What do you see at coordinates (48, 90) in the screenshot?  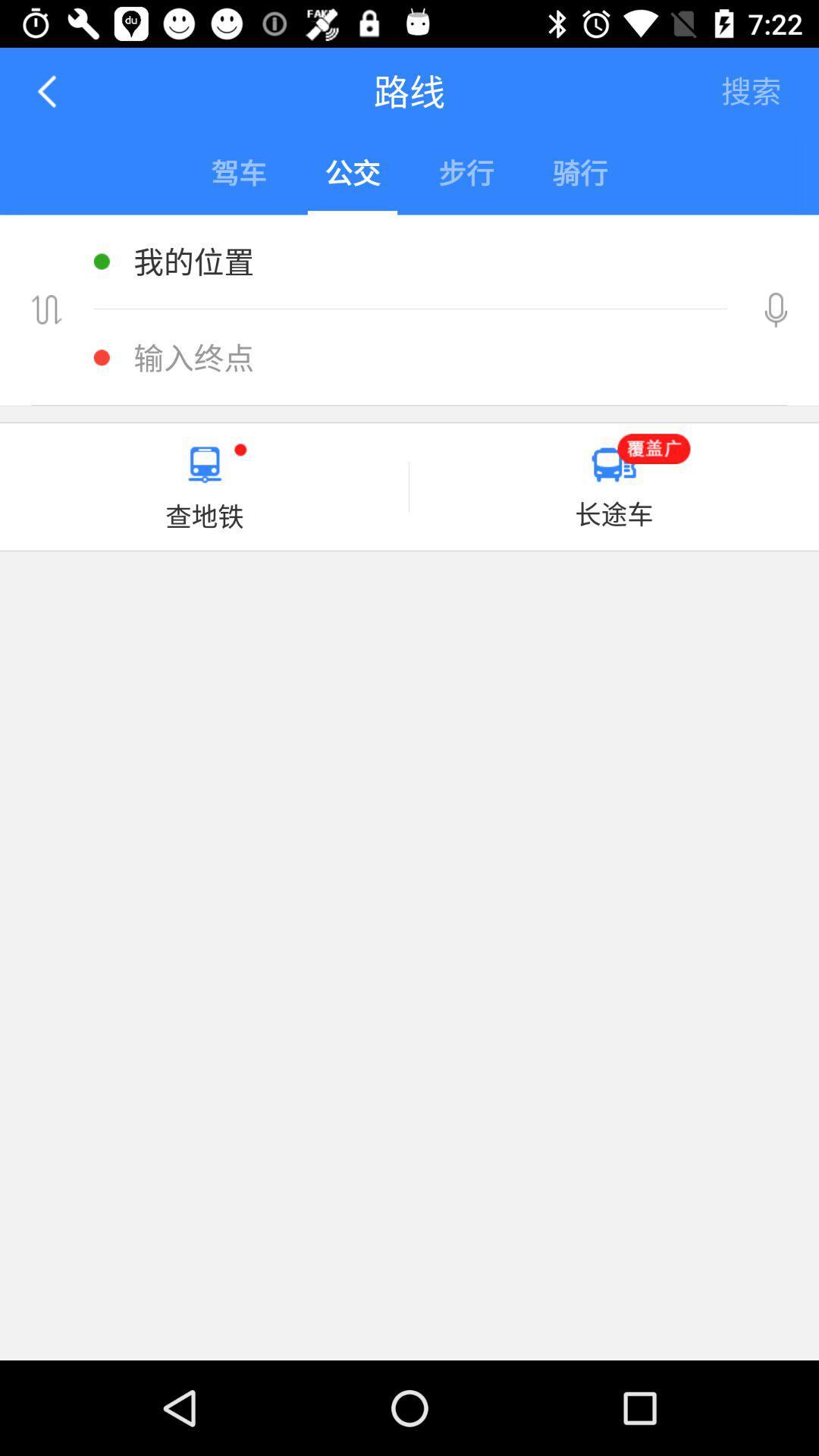 I see `the arrow_backward icon` at bounding box center [48, 90].